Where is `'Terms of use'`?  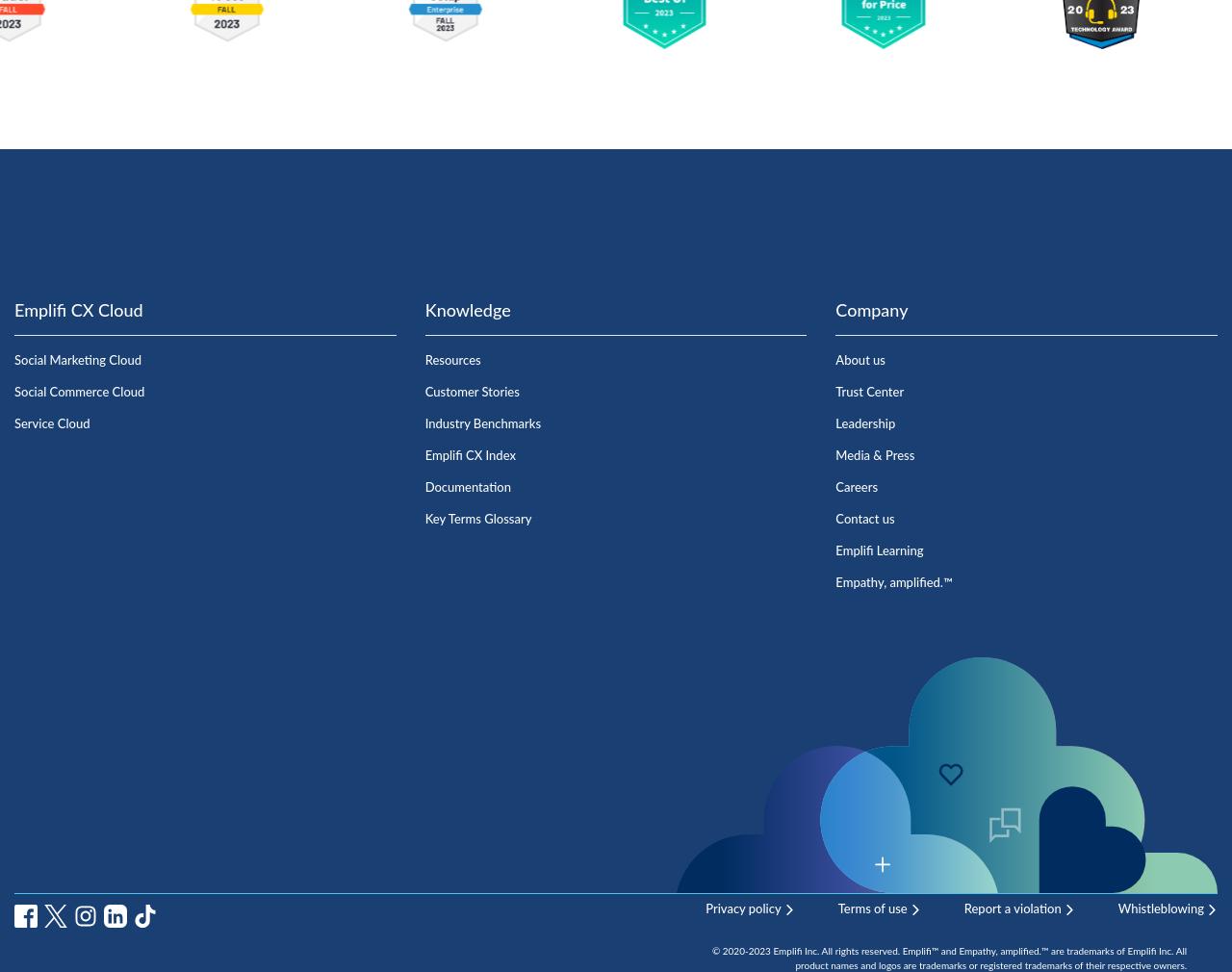 'Terms of use' is located at coordinates (870, 908).